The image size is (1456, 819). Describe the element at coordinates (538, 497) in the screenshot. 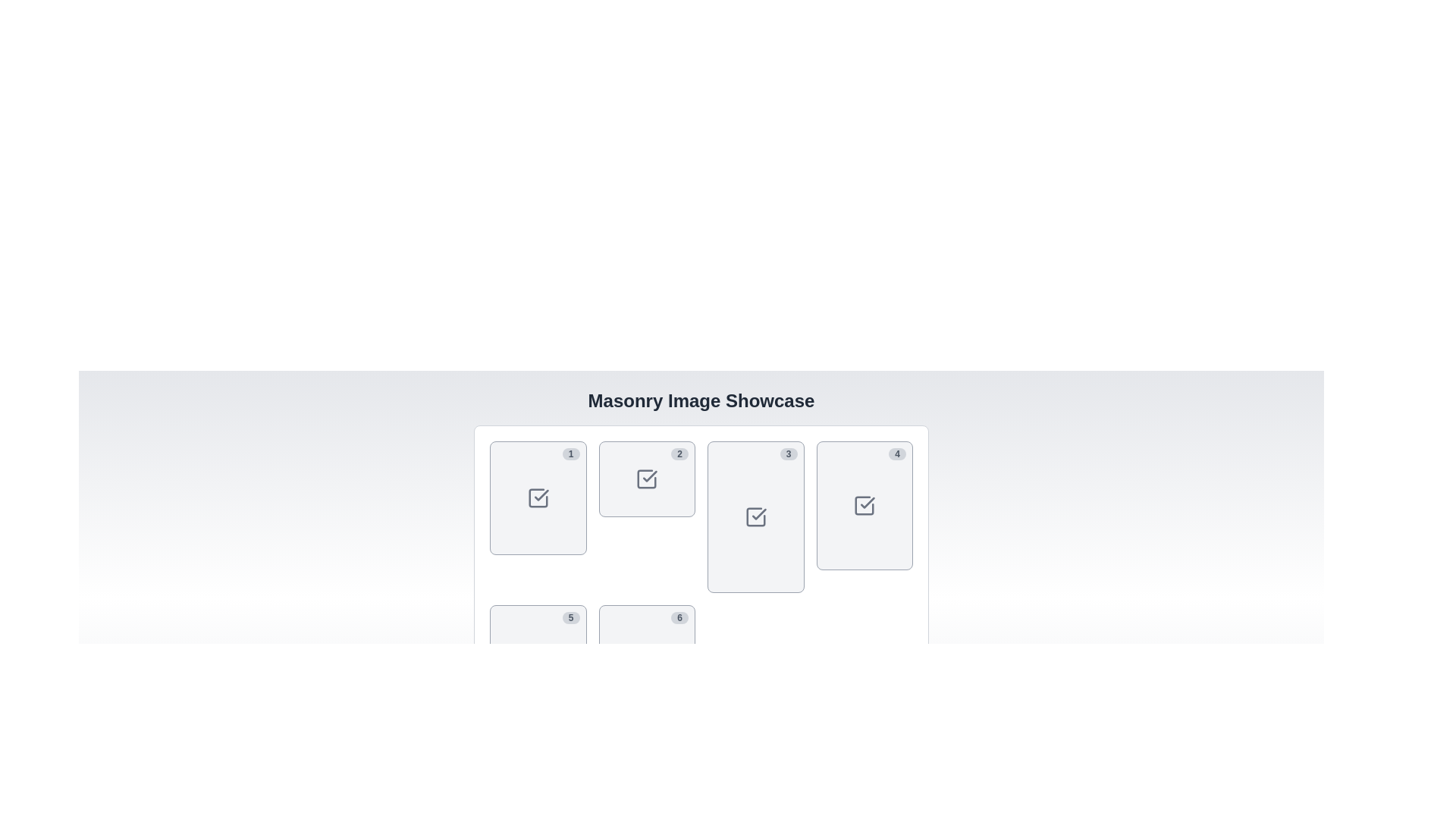

I see `the checkbox centered within the first card labeled with the number 1` at that location.